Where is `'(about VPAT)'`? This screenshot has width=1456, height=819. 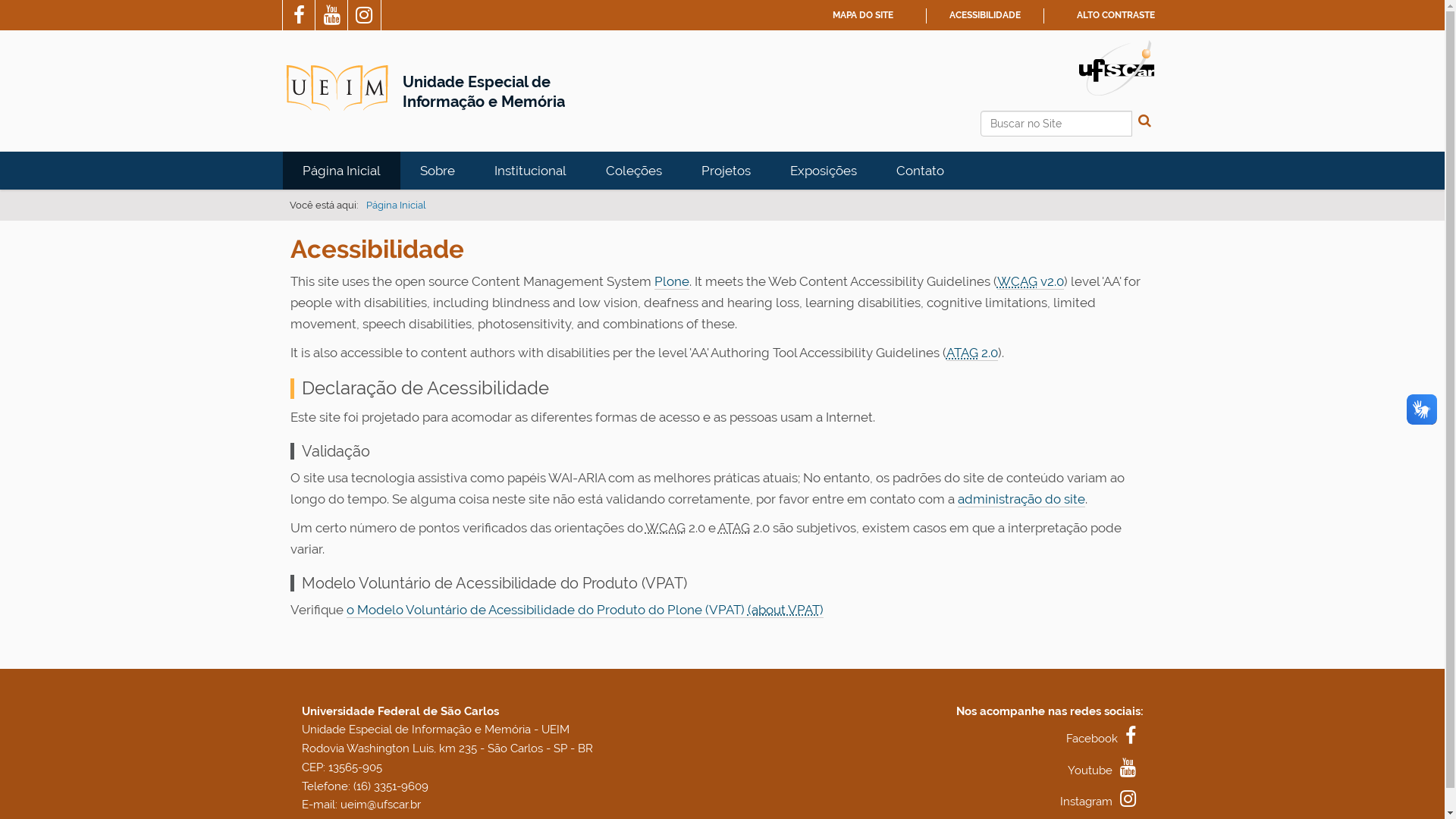 '(about VPAT)' is located at coordinates (786, 609).